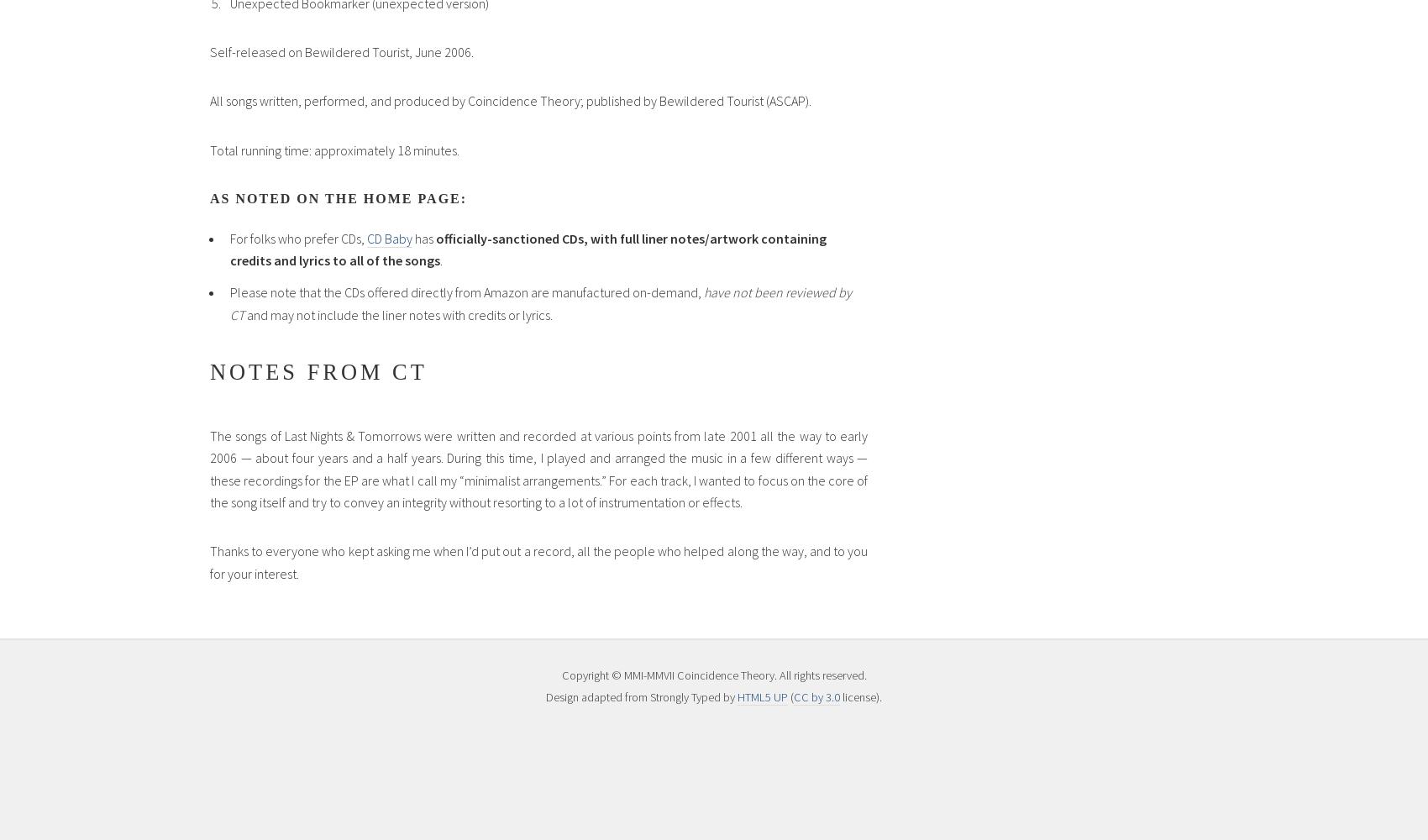 The width and height of the screenshot is (1428, 840). What do you see at coordinates (509, 100) in the screenshot?
I see `'All songs written, performed, and produced by Coincidence Theory; published by Bewildered Tourist (ASCAP).'` at bounding box center [509, 100].